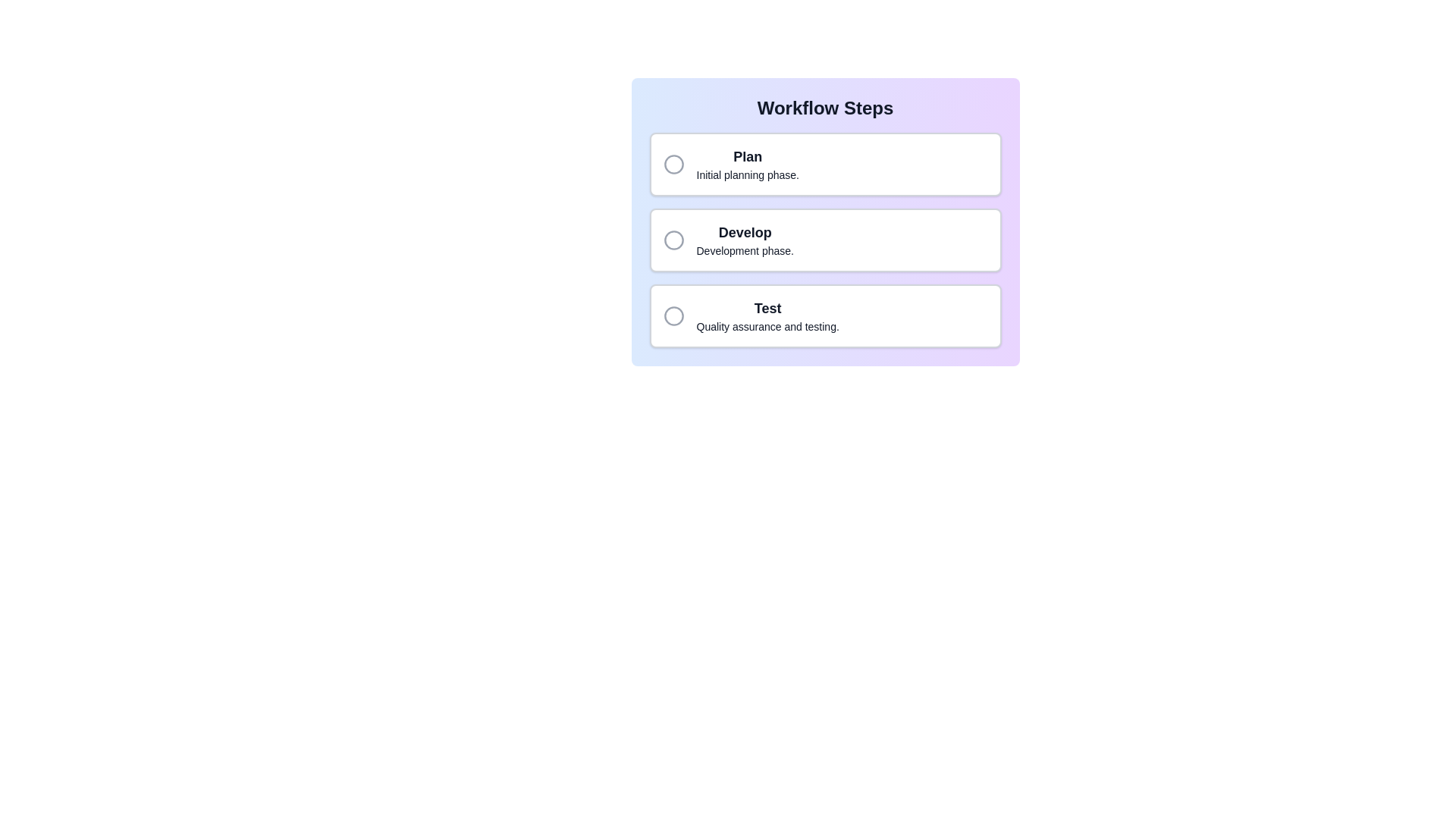 Image resolution: width=1456 pixels, height=819 pixels. What do you see at coordinates (748, 164) in the screenshot?
I see `the Text display element titled 'Plan', which features a larger bold title and a smaller subtitle 'Initial planning phase', located at the top of the vertical list in the 'Workflow Steps' card section` at bounding box center [748, 164].